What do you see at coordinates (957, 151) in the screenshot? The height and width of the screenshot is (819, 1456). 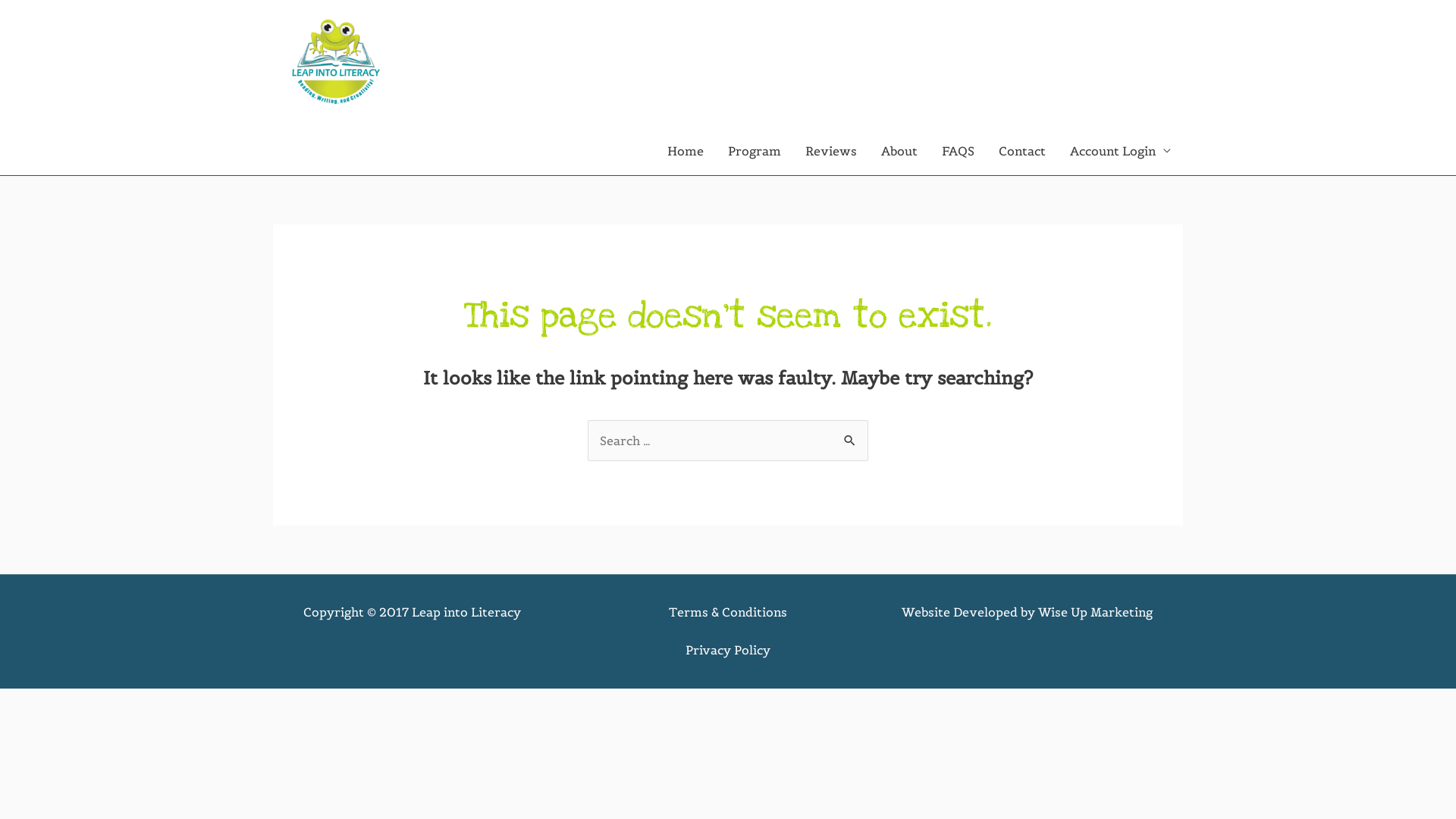 I see `'FAQS'` at bounding box center [957, 151].